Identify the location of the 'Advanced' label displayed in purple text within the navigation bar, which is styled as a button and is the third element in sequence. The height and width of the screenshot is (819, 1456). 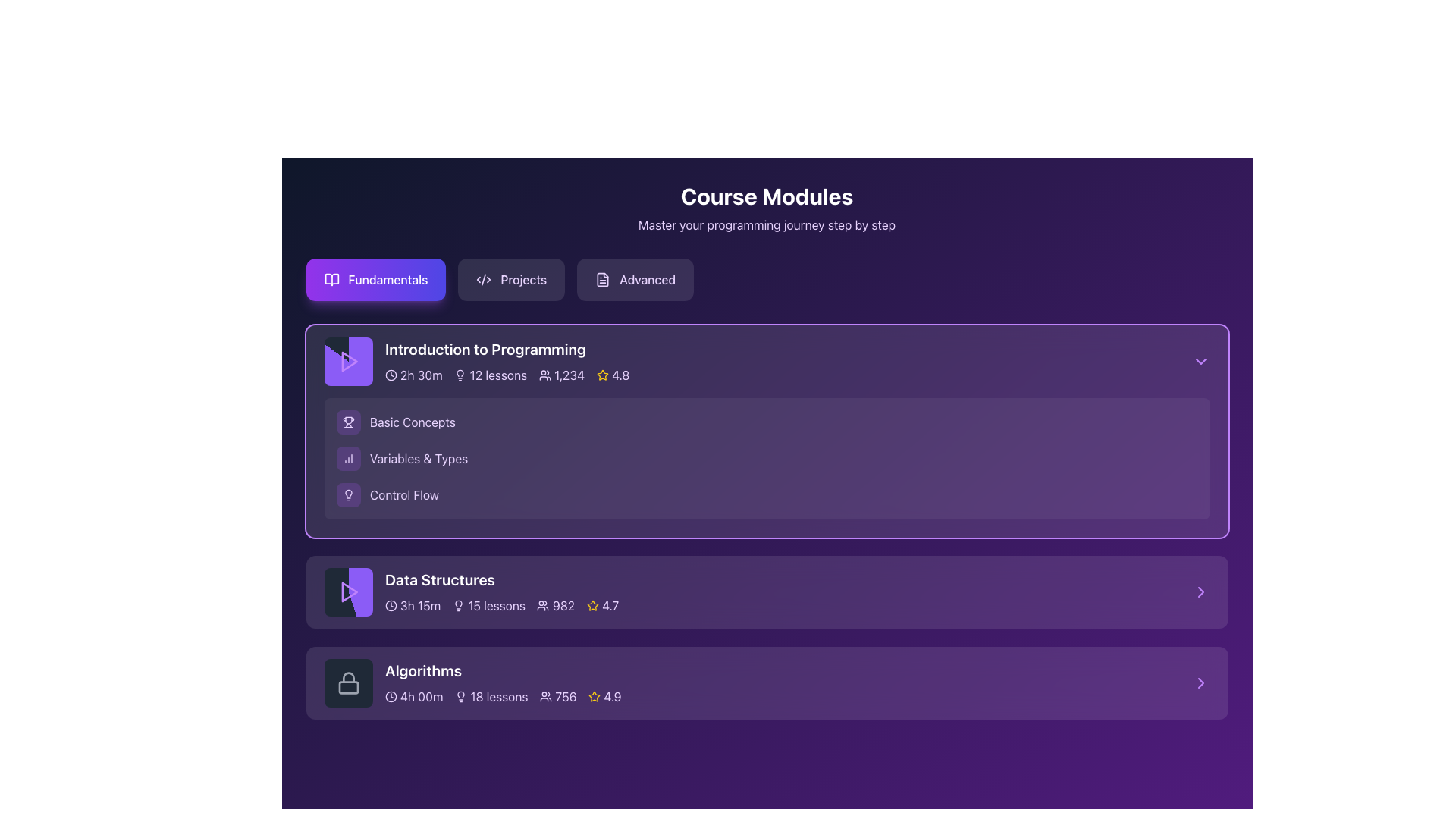
(648, 280).